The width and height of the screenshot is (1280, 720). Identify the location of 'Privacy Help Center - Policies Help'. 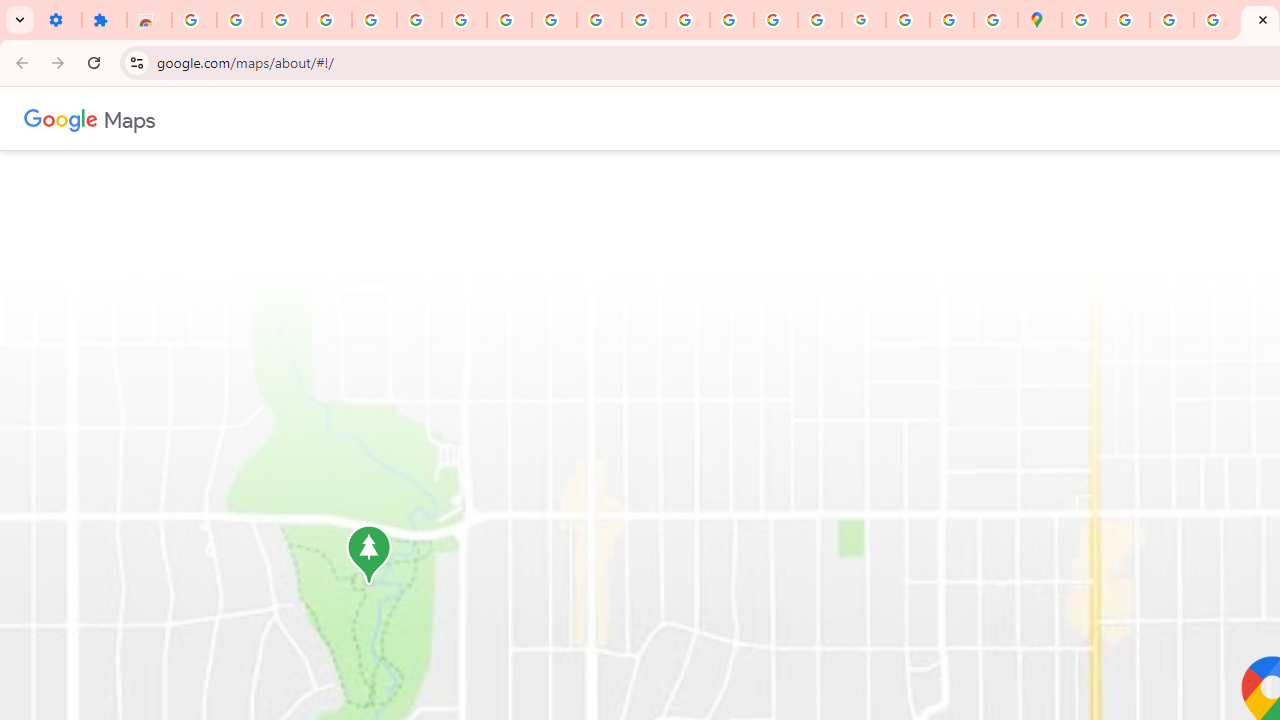
(688, 20).